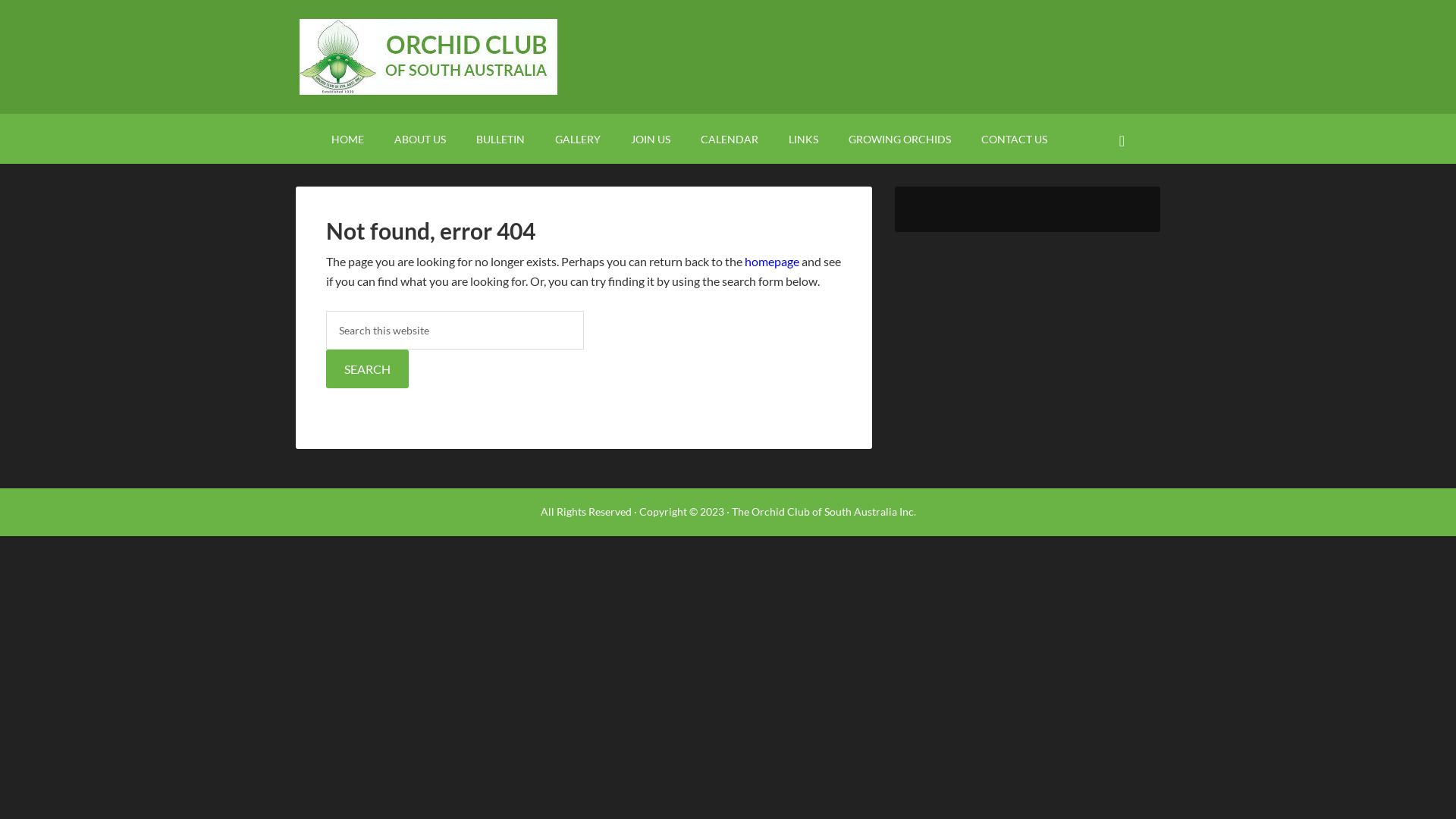  I want to click on 'JOIN US', so click(651, 138).